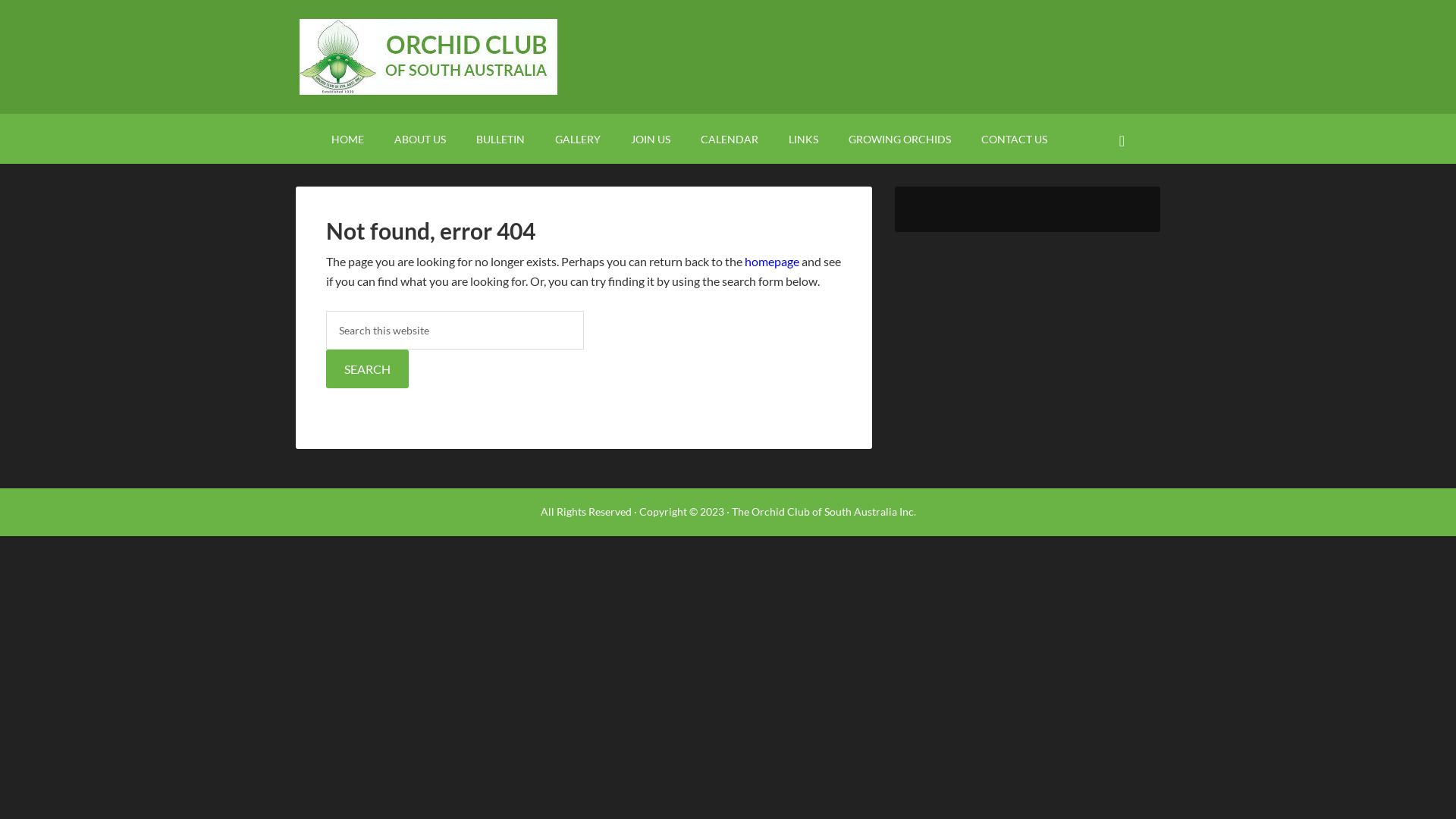  I want to click on 'JOIN US', so click(651, 138).